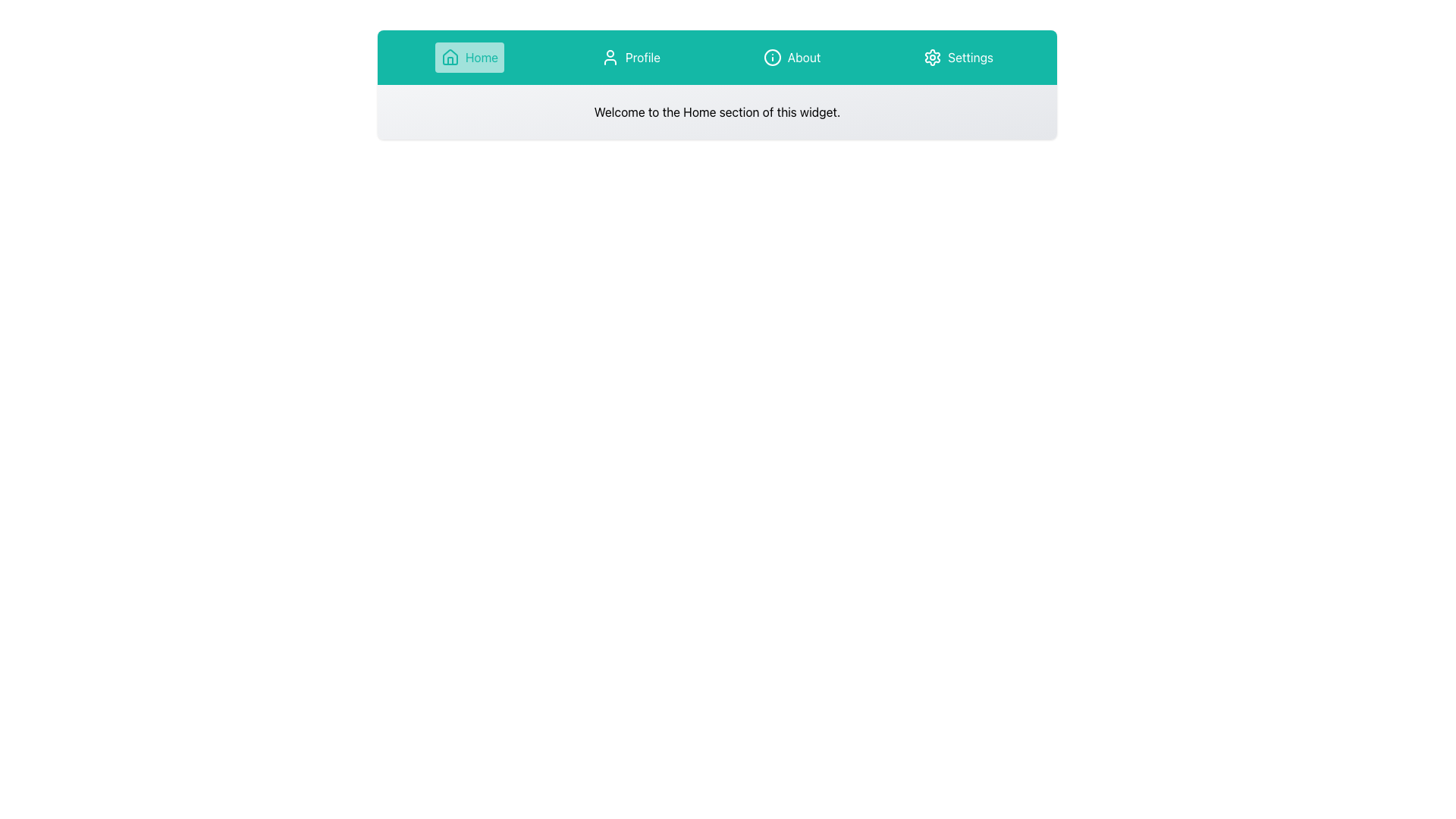 This screenshot has width=1456, height=819. What do you see at coordinates (716, 111) in the screenshot?
I see `the prominent Text element` at bounding box center [716, 111].